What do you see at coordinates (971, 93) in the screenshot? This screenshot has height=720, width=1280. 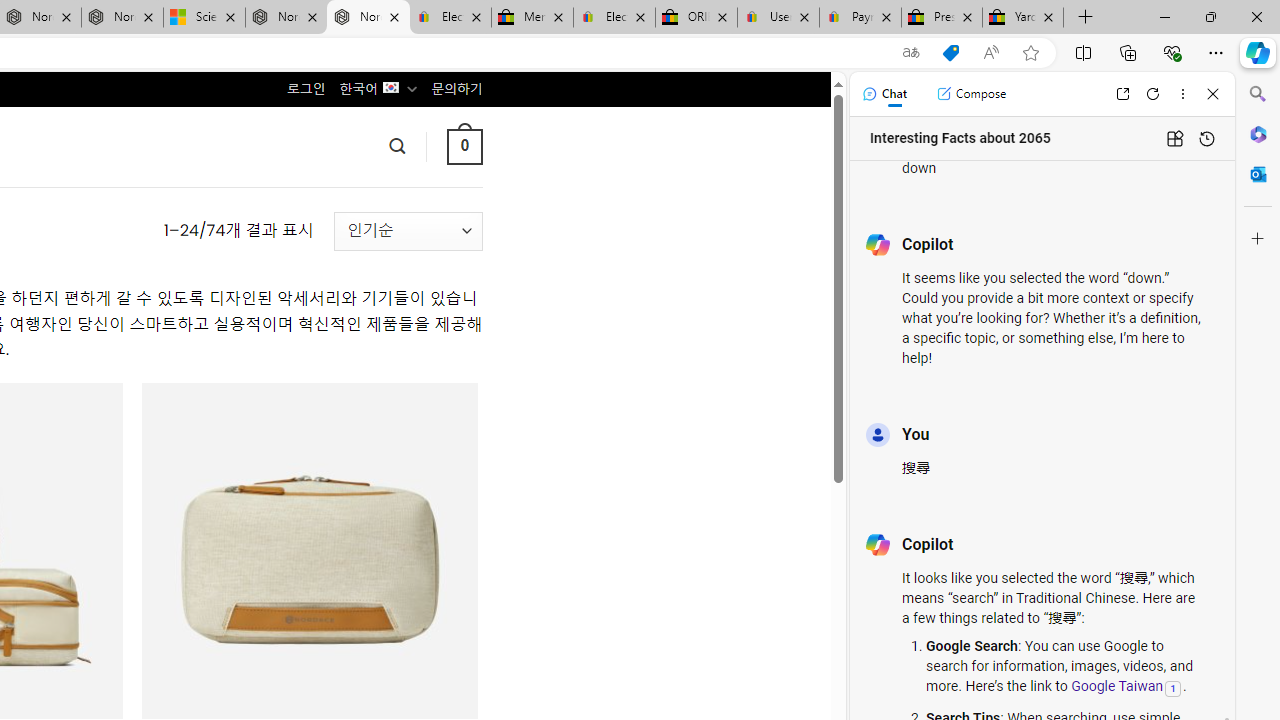 I see `'Compose'` at bounding box center [971, 93].